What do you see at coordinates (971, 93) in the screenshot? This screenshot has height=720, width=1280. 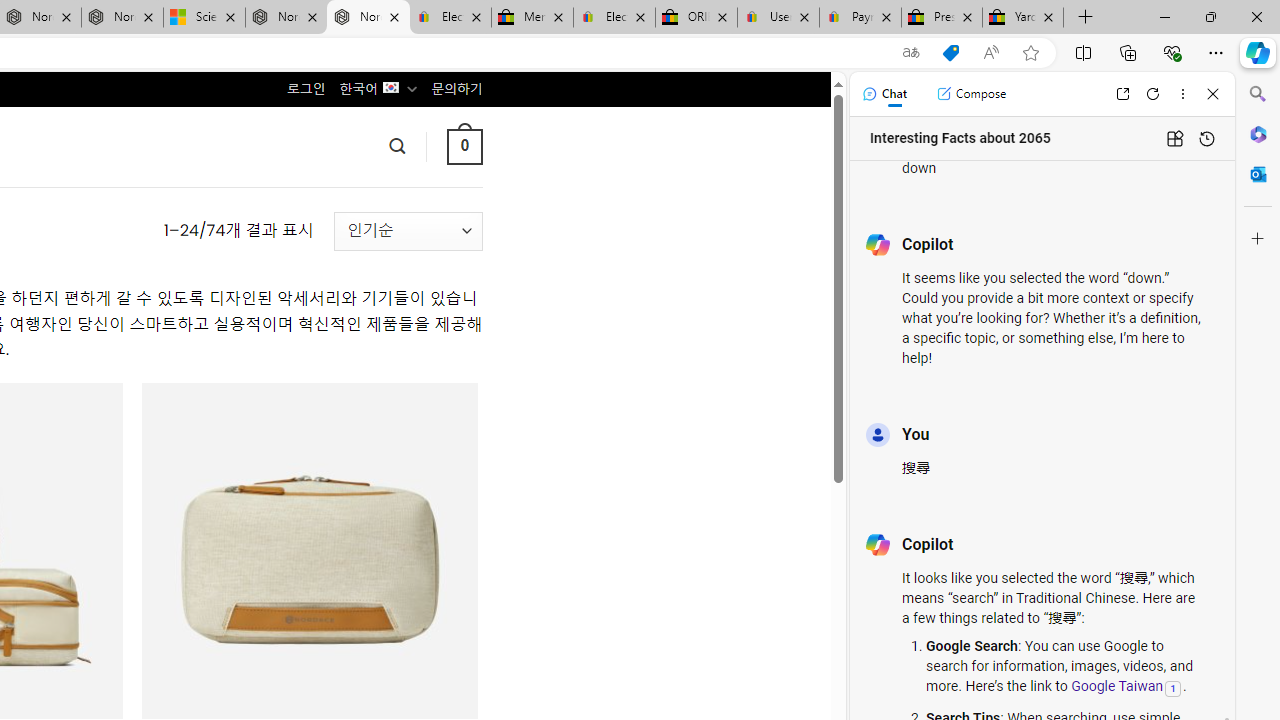 I see `'Compose'` at bounding box center [971, 93].